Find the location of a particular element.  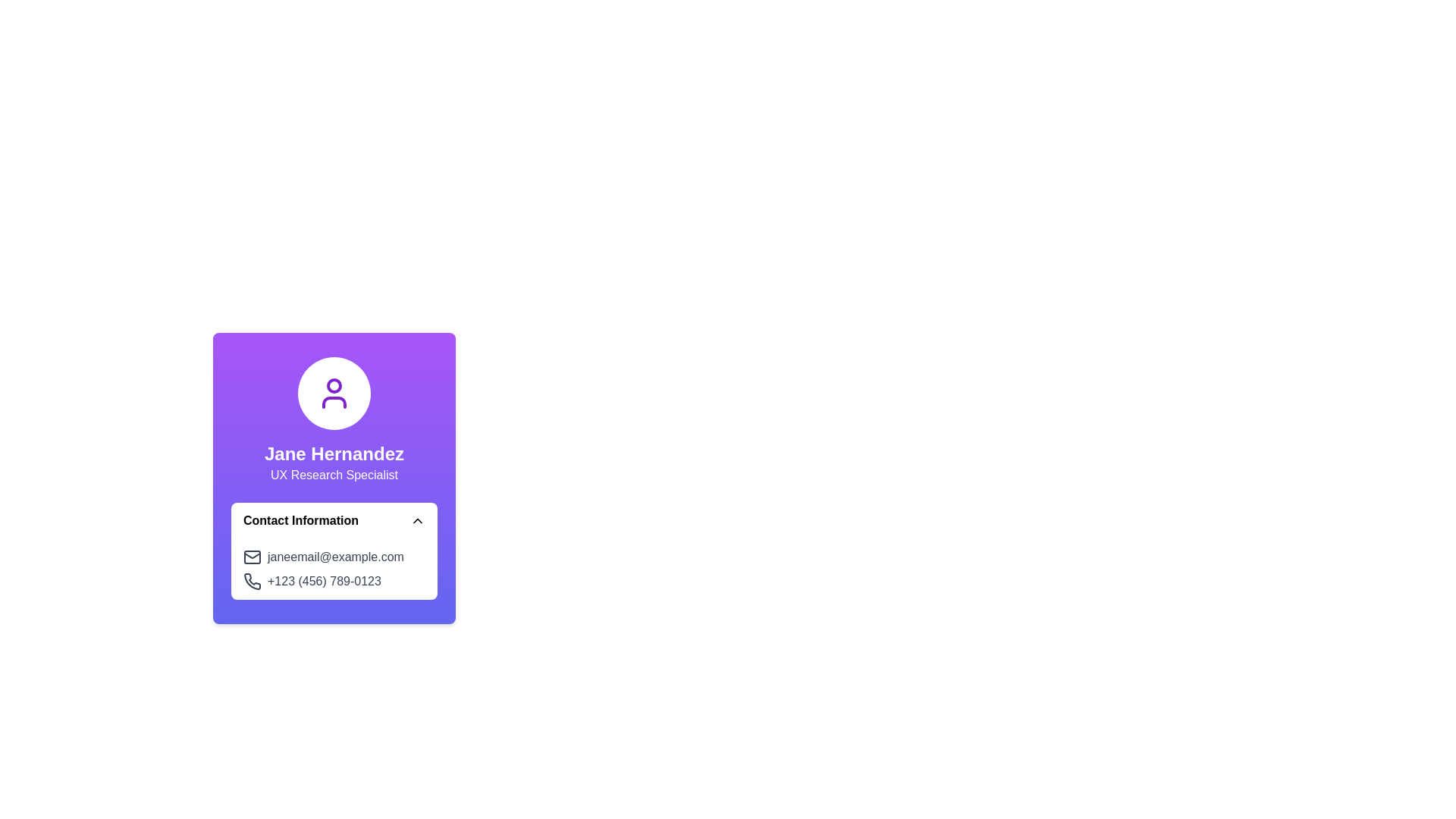

the head portion of the user icon located centrally at the top of a purple card, which serves as a visual identification symbol for user-related actions or information is located at coordinates (334, 385).